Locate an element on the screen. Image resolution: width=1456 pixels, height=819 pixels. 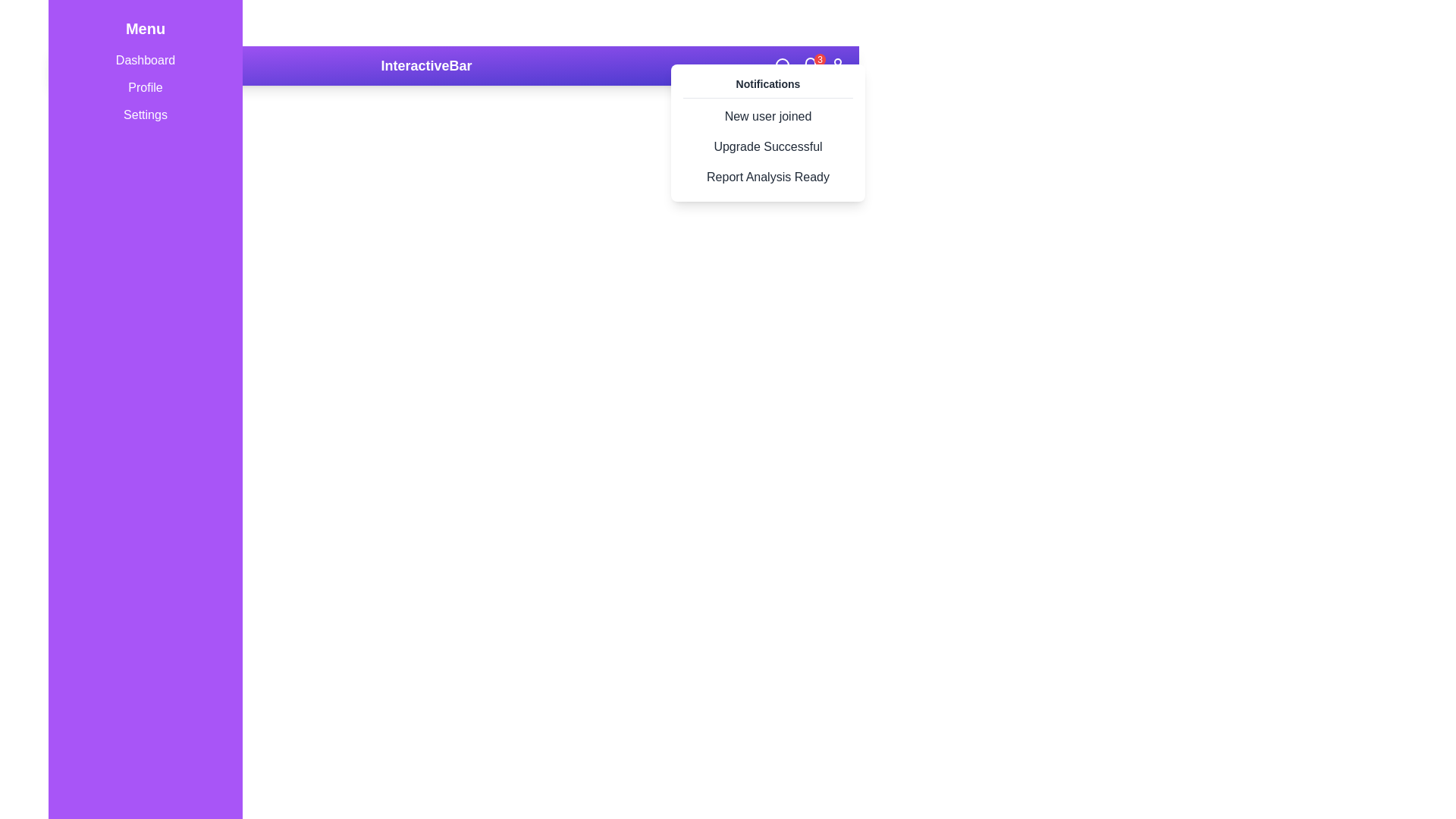
the second menu item in the sidebar, located below 'Dashboard' and above 'Settings' is located at coordinates (146, 87).